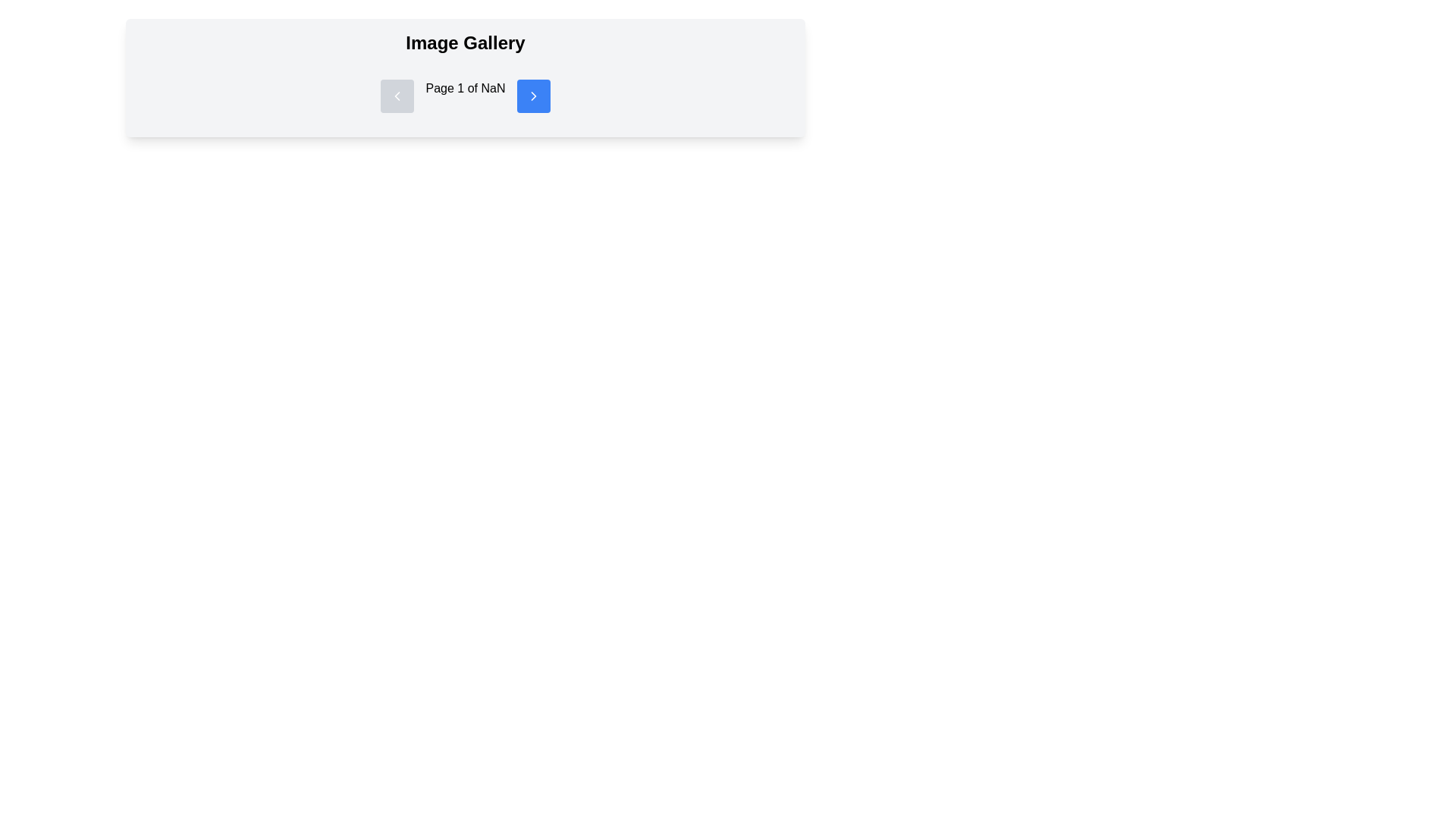 Image resolution: width=1456 pixels, height=819 pixels. Describe the element at coordinates (534, 96) in the screenshot. I see `the forward navigation button located in the navigation bar of the gallery, positioned to the right of 'Page 1 of NaN' and adjacent to the left navigation button with a leftward arrow icon, to go to the next page` at that location.